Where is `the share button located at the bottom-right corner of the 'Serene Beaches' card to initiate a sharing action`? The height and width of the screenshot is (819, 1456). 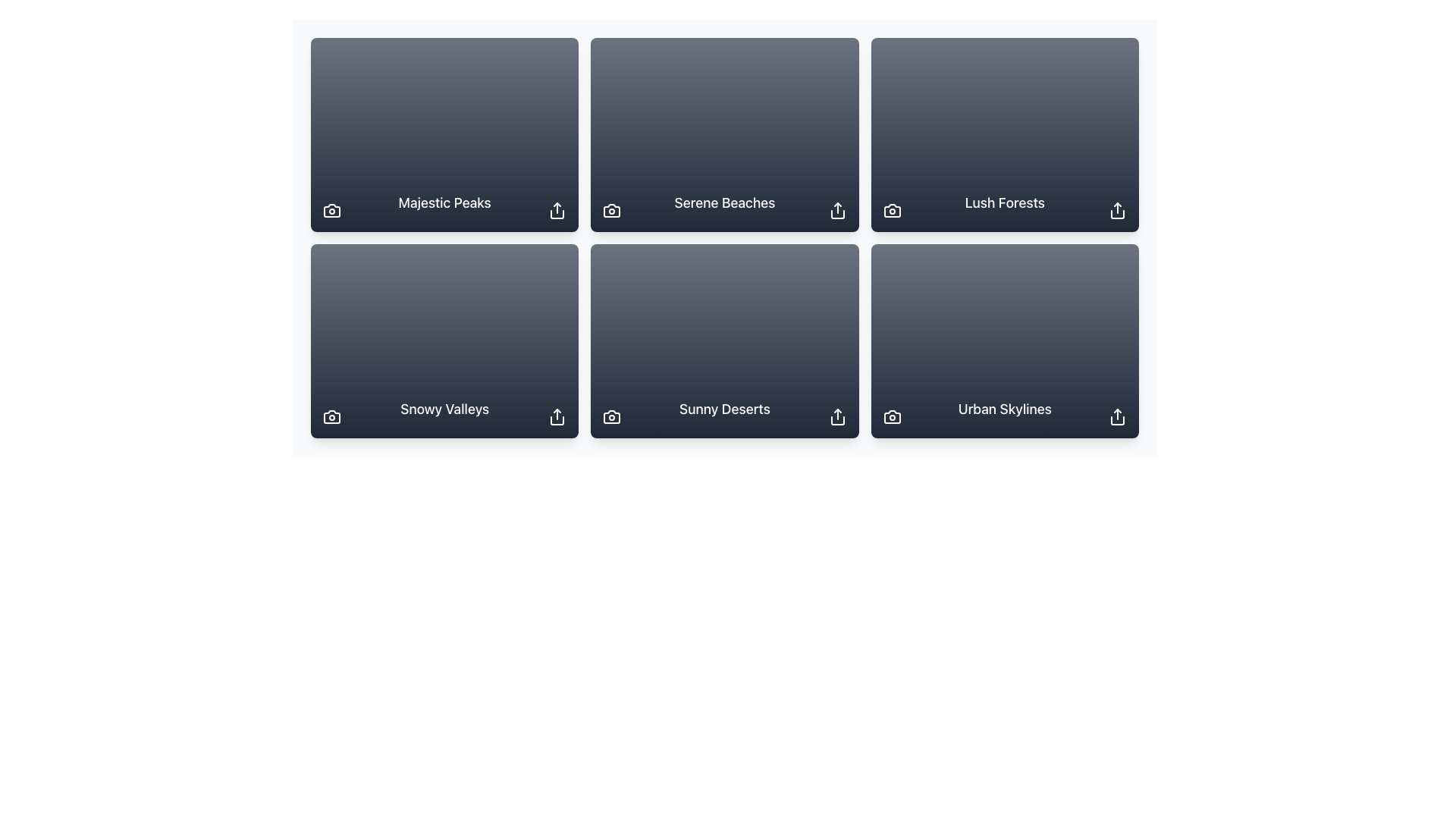
the share button located at the bottom-right corner of the 'Serene Beaches' card to initiate a sharing action is located at coordinates (836, 210).